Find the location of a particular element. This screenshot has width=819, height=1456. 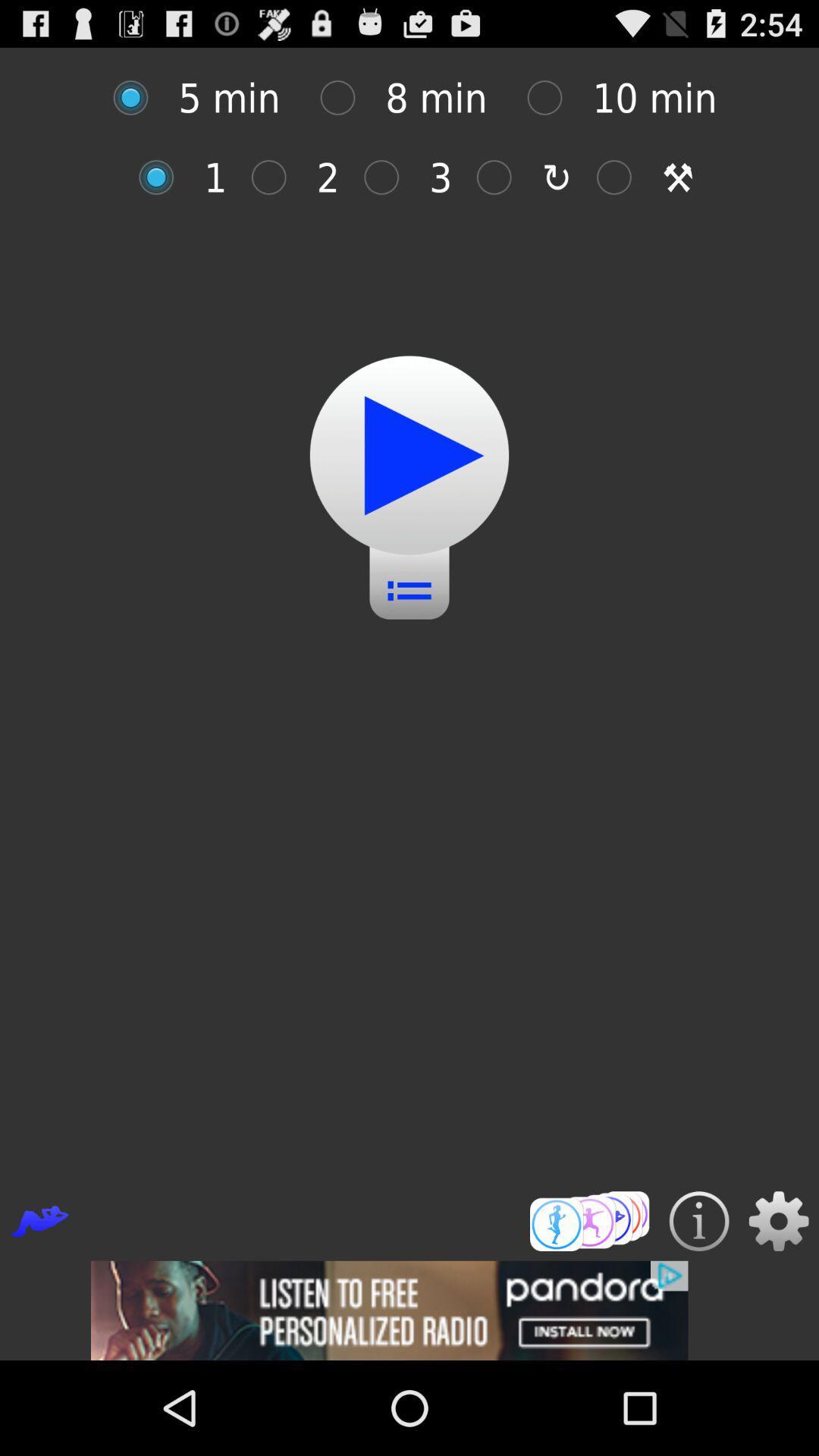

10 min option is located at coordinates (553, 97).